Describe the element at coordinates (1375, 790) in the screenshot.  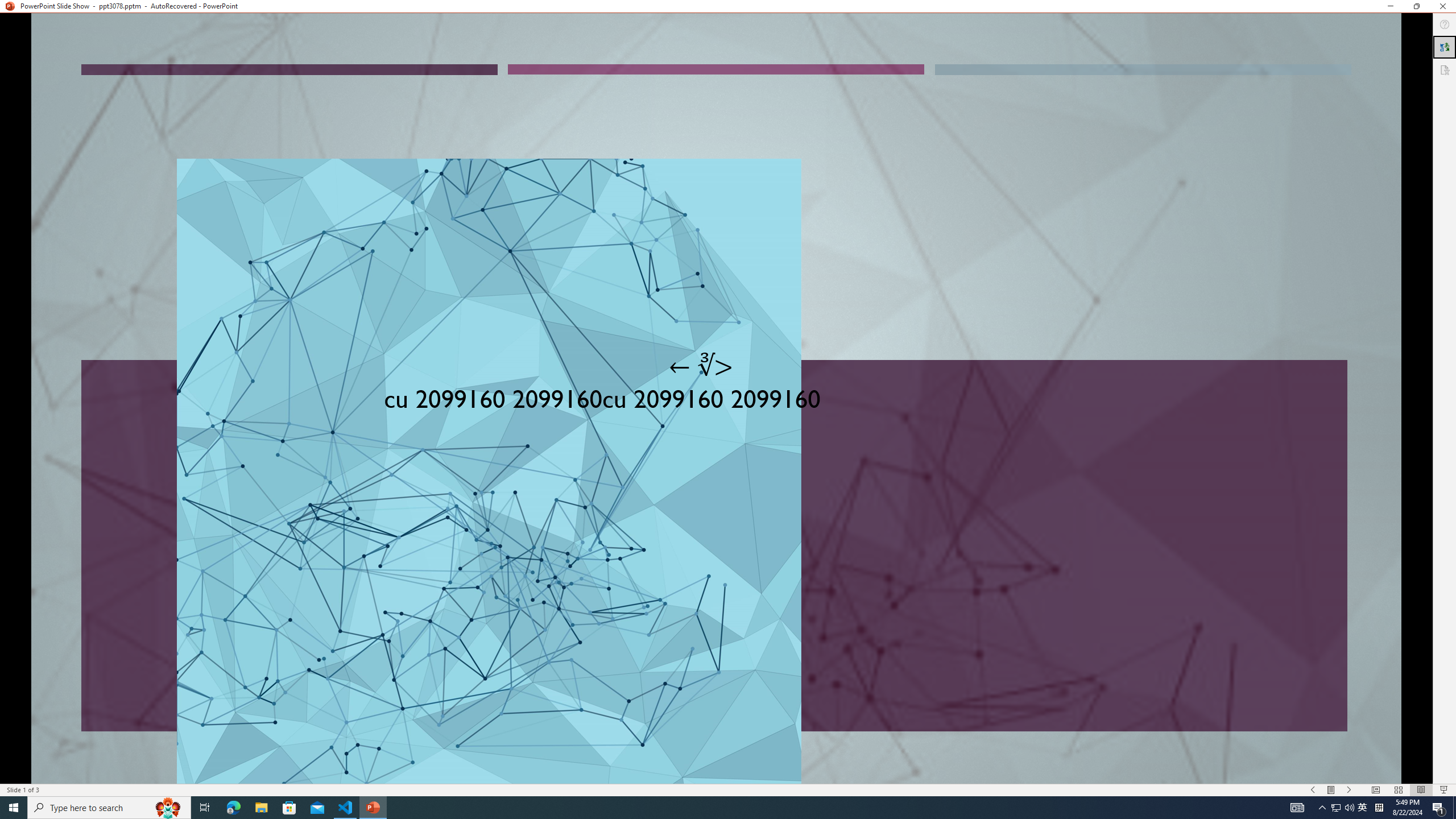
I see `'Normal'` at that location.